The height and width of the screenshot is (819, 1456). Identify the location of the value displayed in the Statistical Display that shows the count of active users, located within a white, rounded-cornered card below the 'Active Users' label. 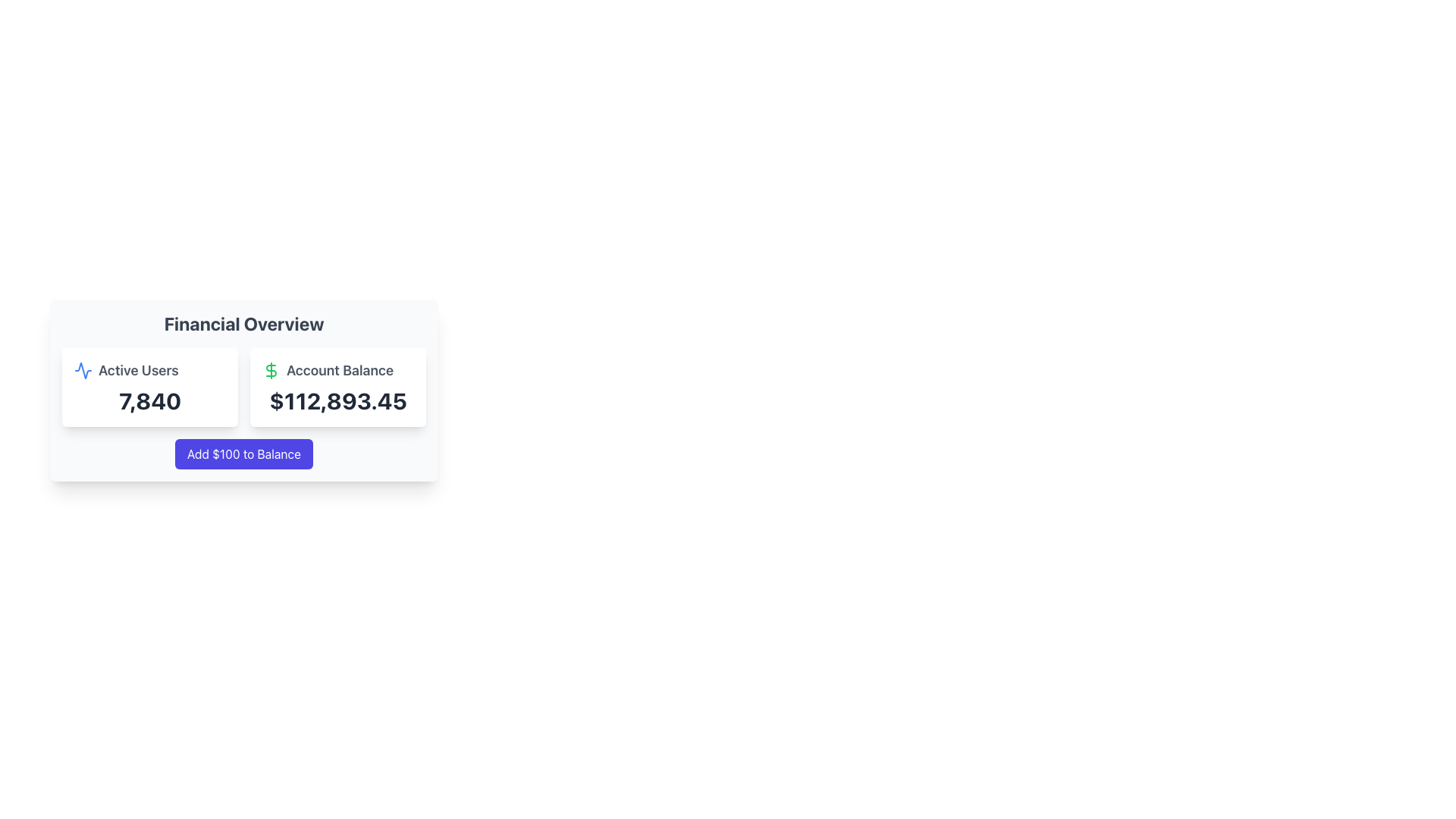
(149, 400).